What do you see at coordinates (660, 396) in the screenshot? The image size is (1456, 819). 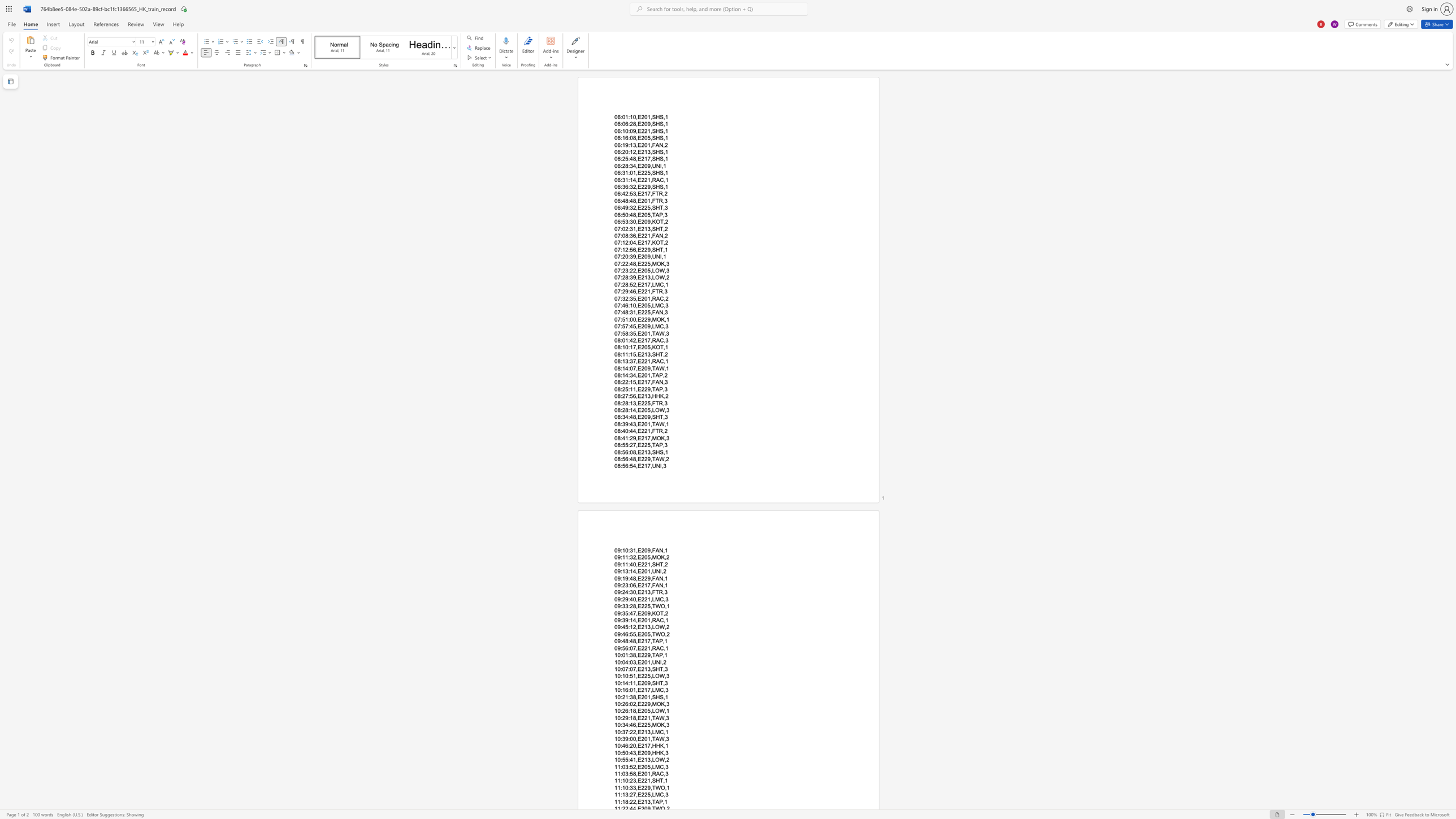 I see `the space between the continuous character "H" and "K" in the text` at bounding box center [660, 396].